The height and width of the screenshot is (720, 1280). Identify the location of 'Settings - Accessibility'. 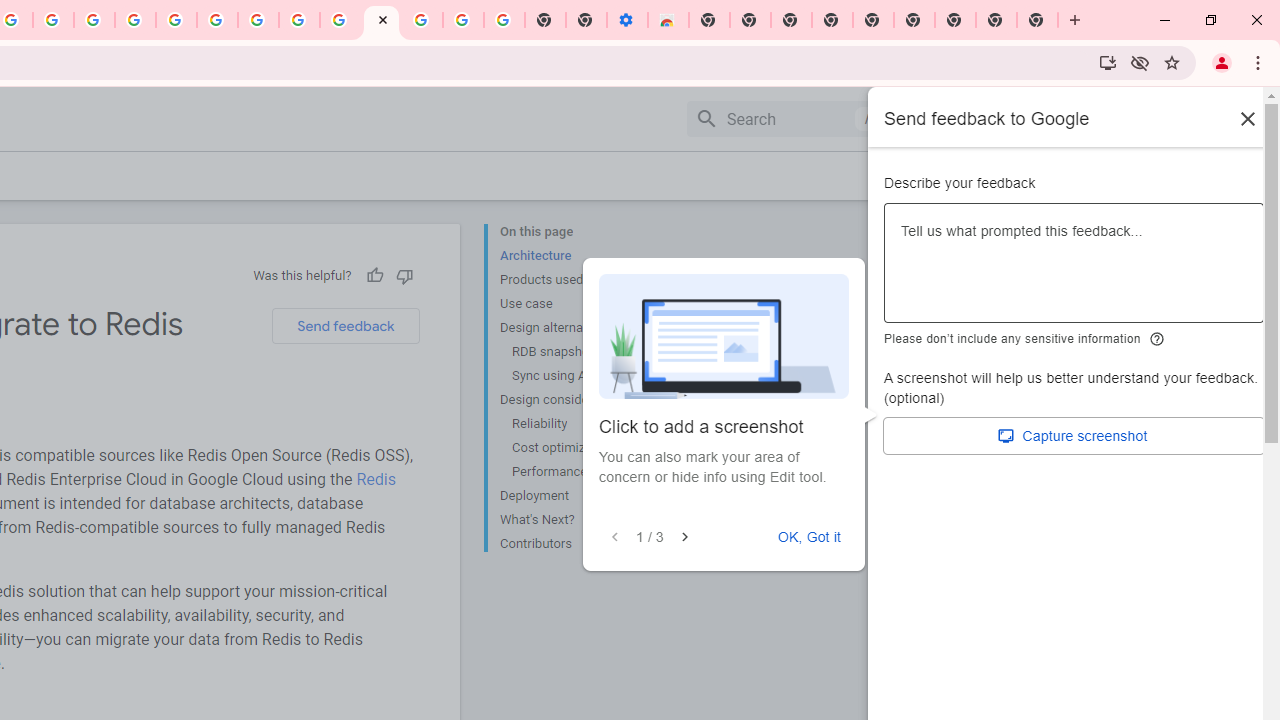
(626, 20).